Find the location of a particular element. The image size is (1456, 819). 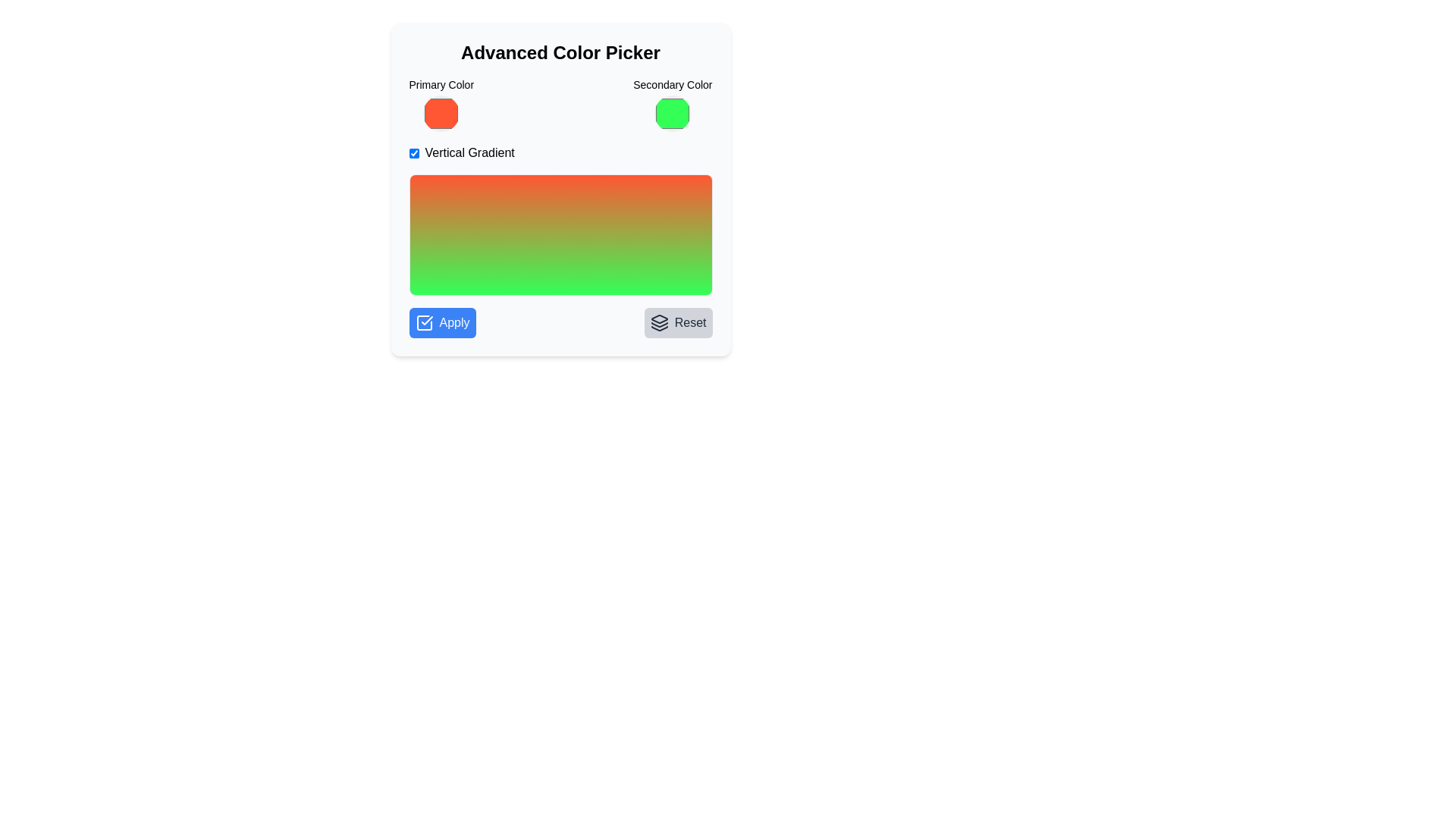

the color selector button located beneath the text 'Primary Color' is located at coordinates (441, 113).